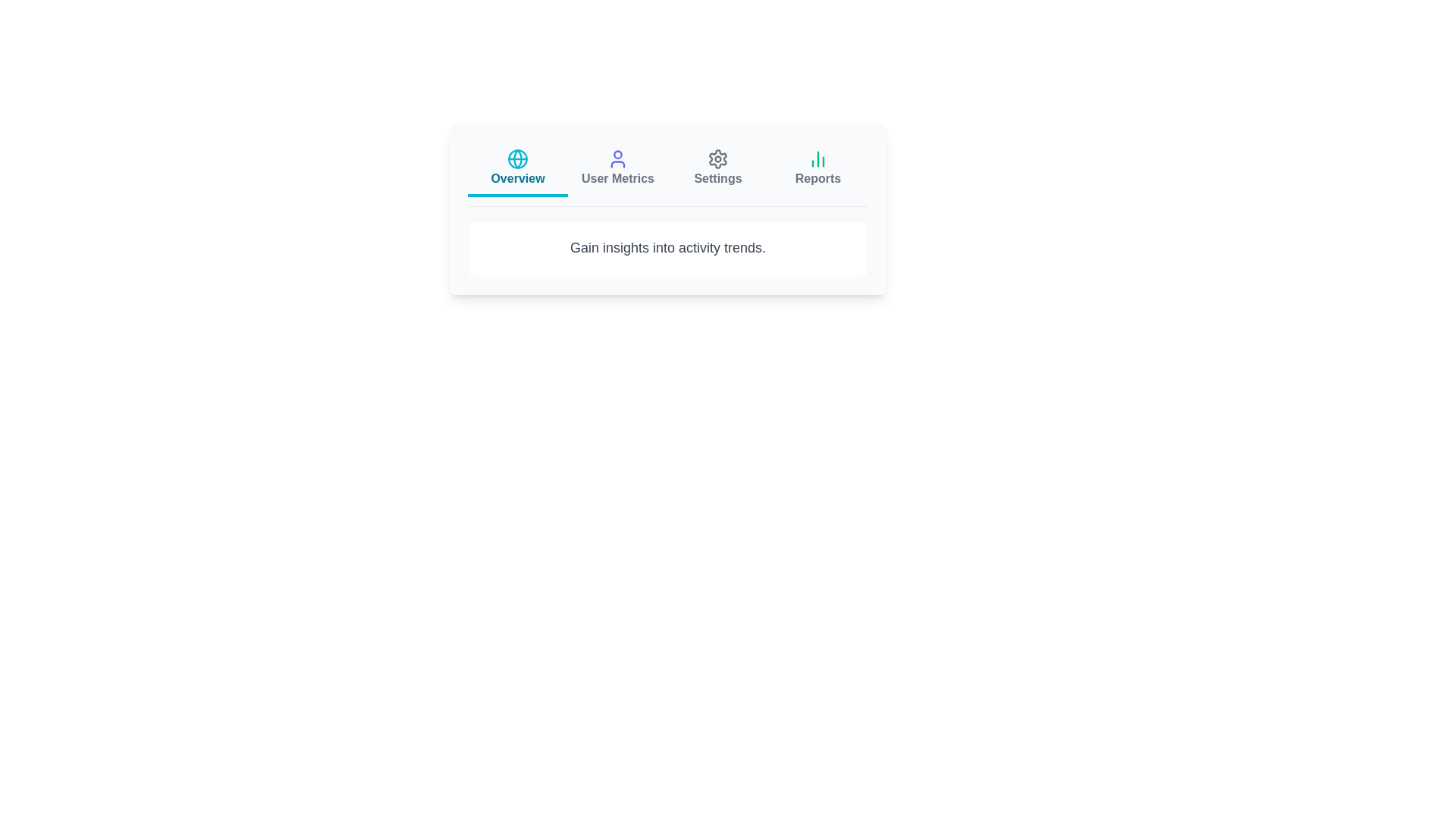  What do you see at coordinates (517, 158) in the screenshot?
I see `the icon of the tab labeled Overview` at bounding box center [517, 158].